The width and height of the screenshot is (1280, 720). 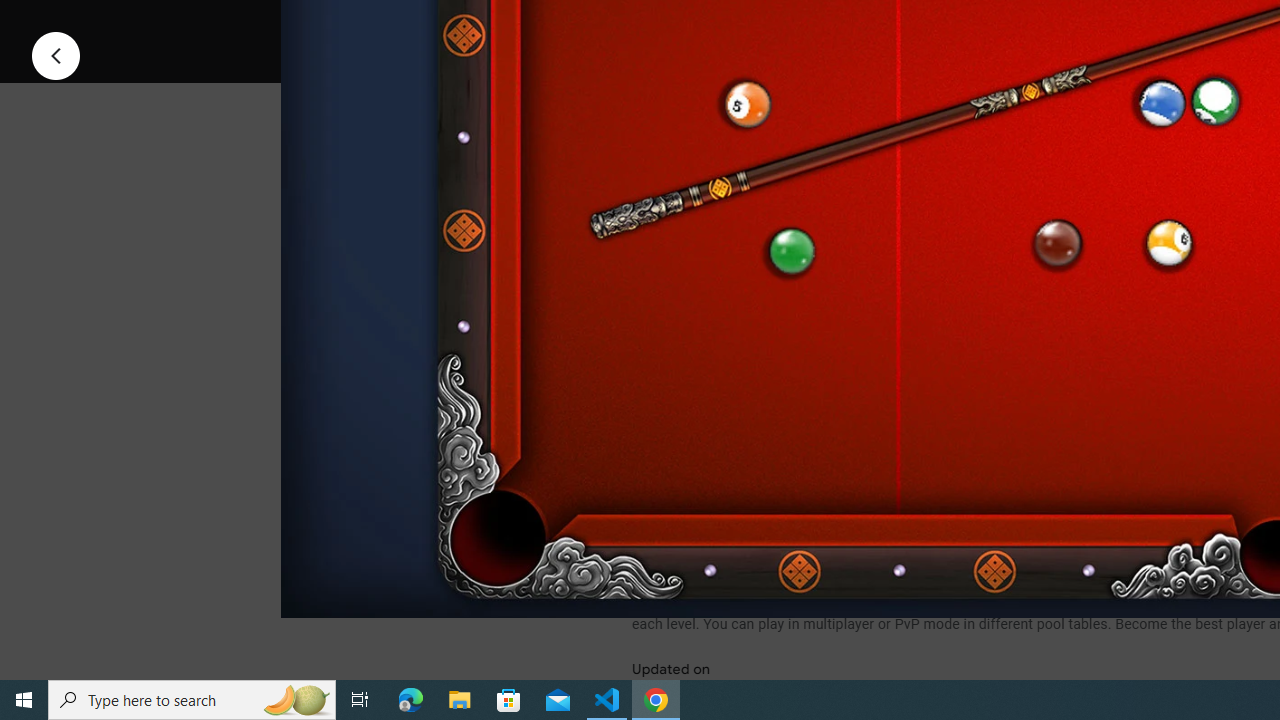 What do you see at coordinates (55, 54) in the screenshot?
I see `'Previous'` at bounding box center [55, 54].